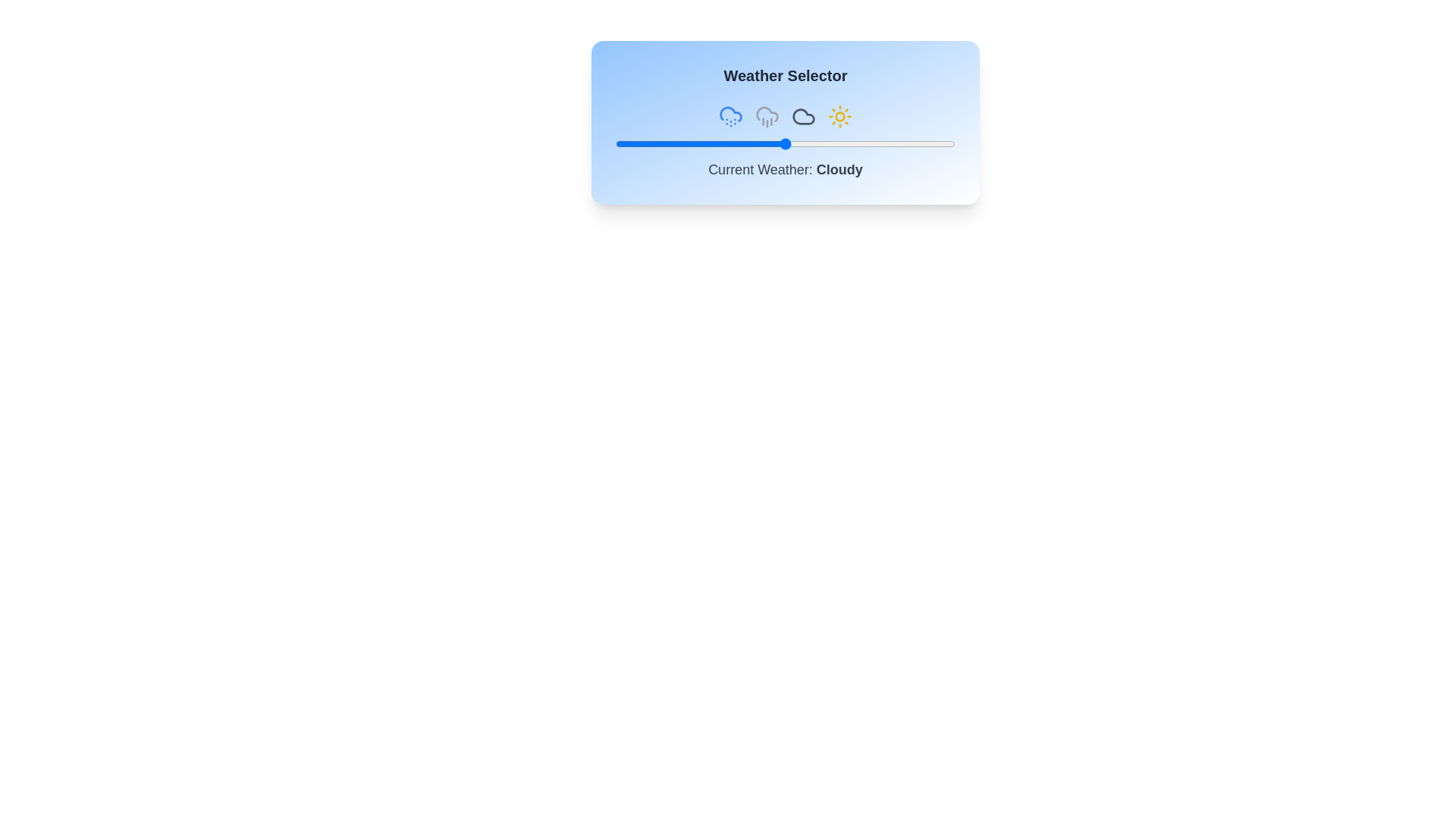 Image resolution: width=1456 pixels, height=819 pixels. Describe the element at coordinates (846, 143) in the screenshot. I see `the slider to set the weather value to 68` at that location.